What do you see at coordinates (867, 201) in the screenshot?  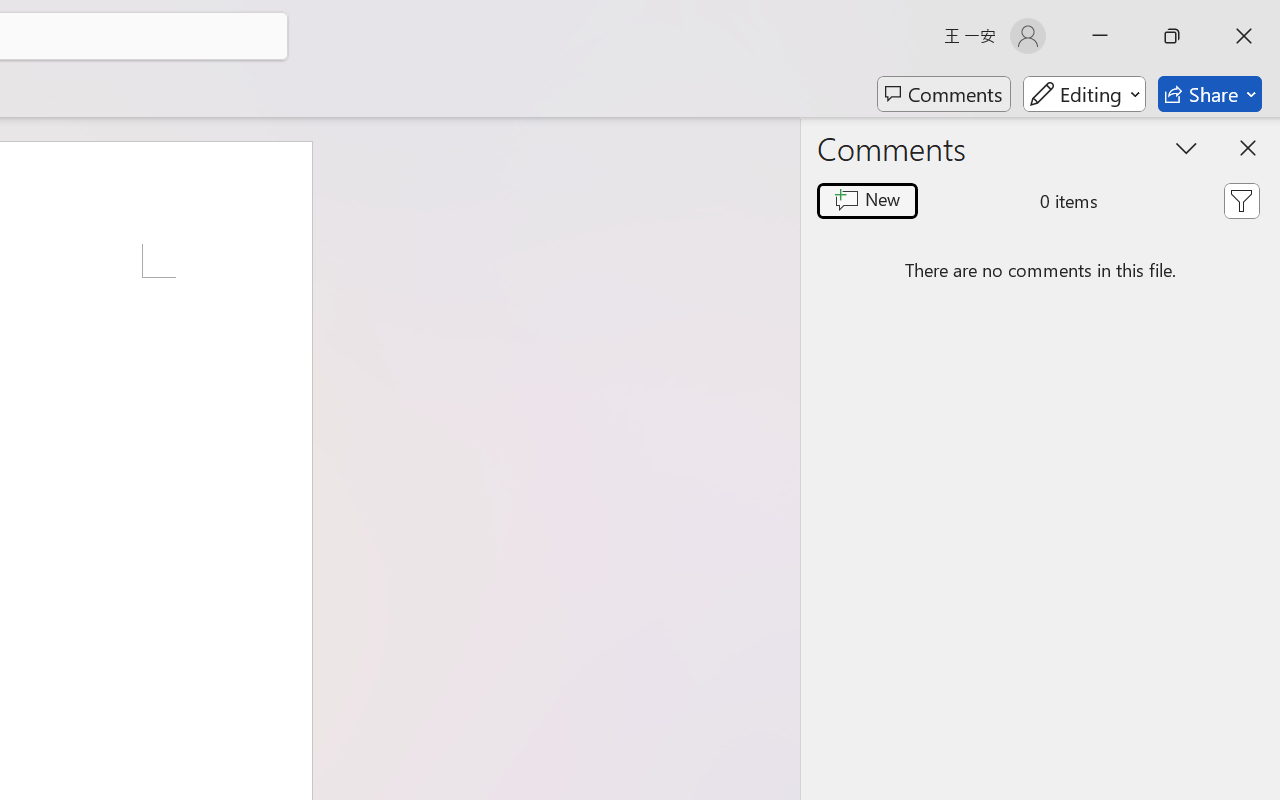 I see `'New comment'` at bounding box center [867, 201].